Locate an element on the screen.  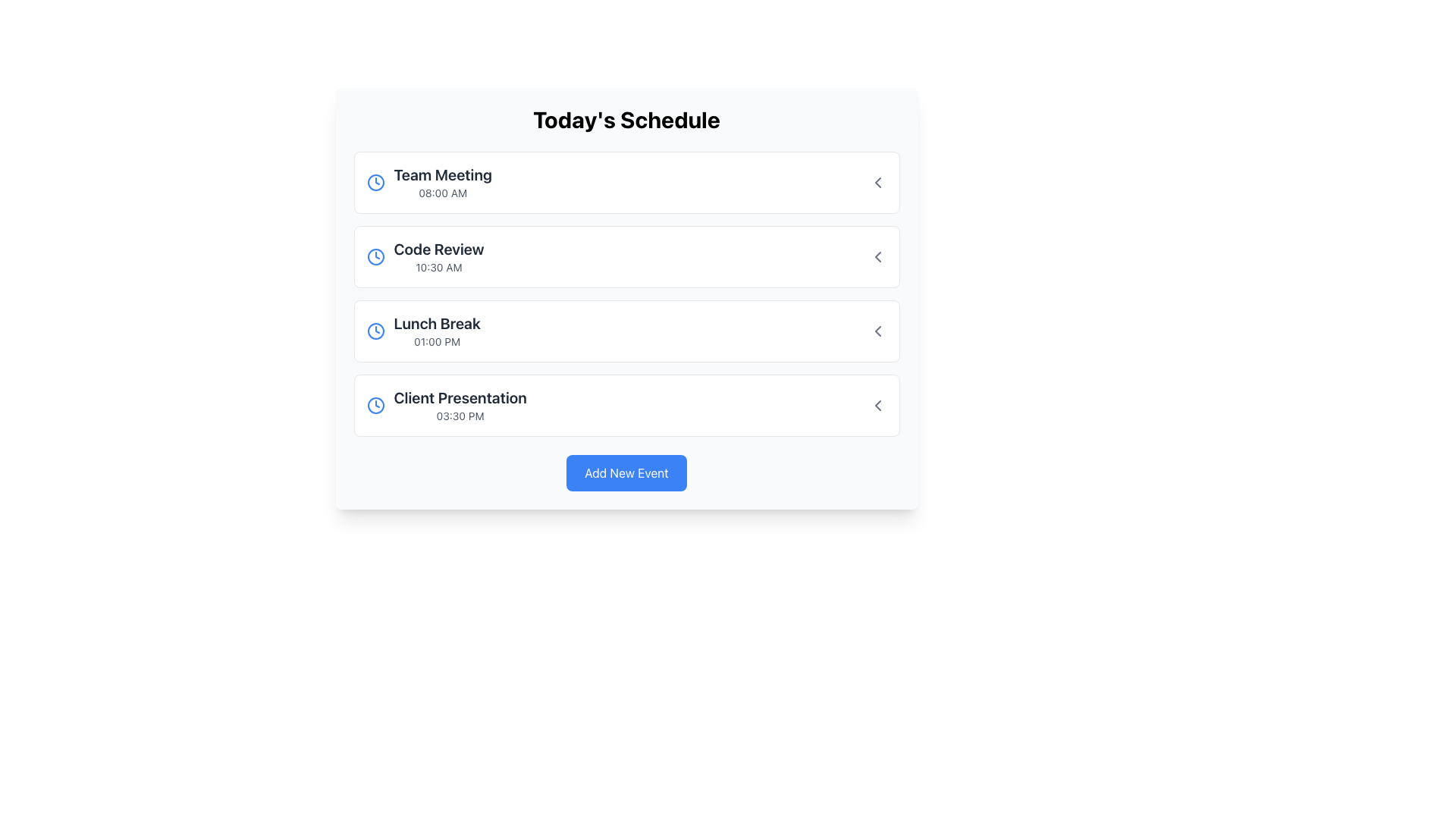
the chevron button associated with the 'Code Review' entry to interact and possibly expand or collapse the section is located at coordinates (877, 256).